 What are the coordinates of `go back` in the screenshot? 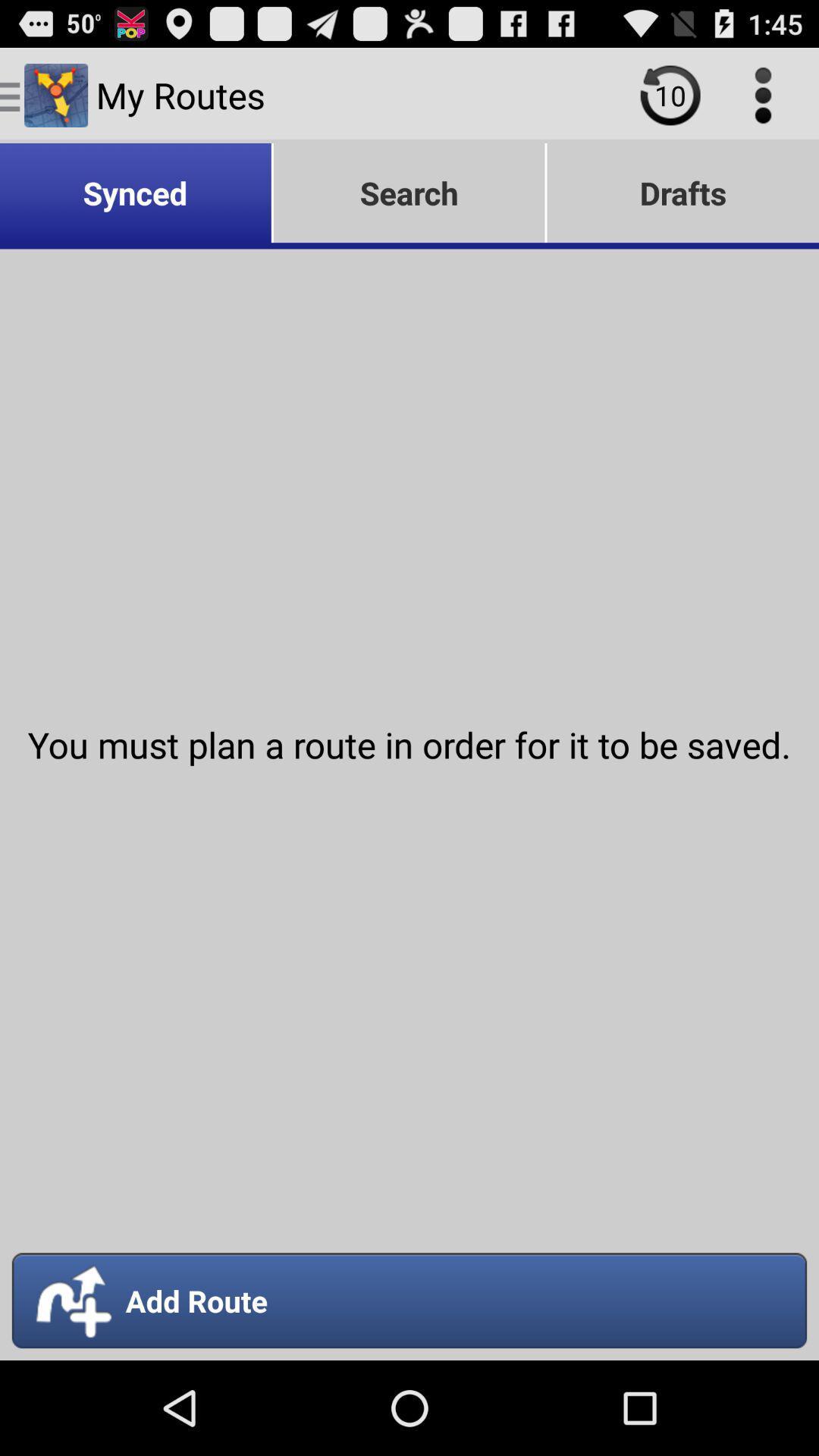 It's located at (670, 94).